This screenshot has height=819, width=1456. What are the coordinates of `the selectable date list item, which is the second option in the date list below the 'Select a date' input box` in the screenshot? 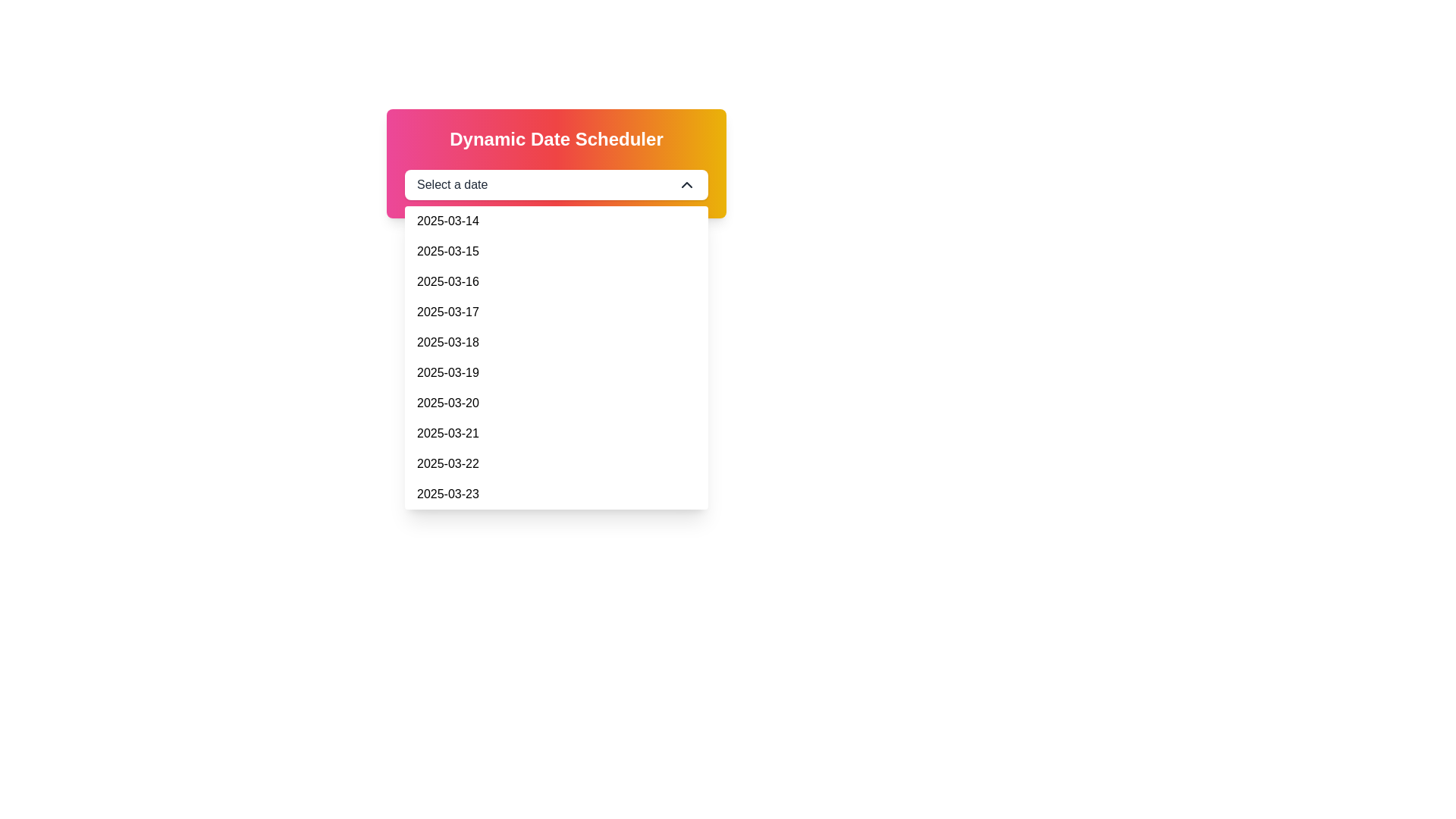 It's located at (447, 250).